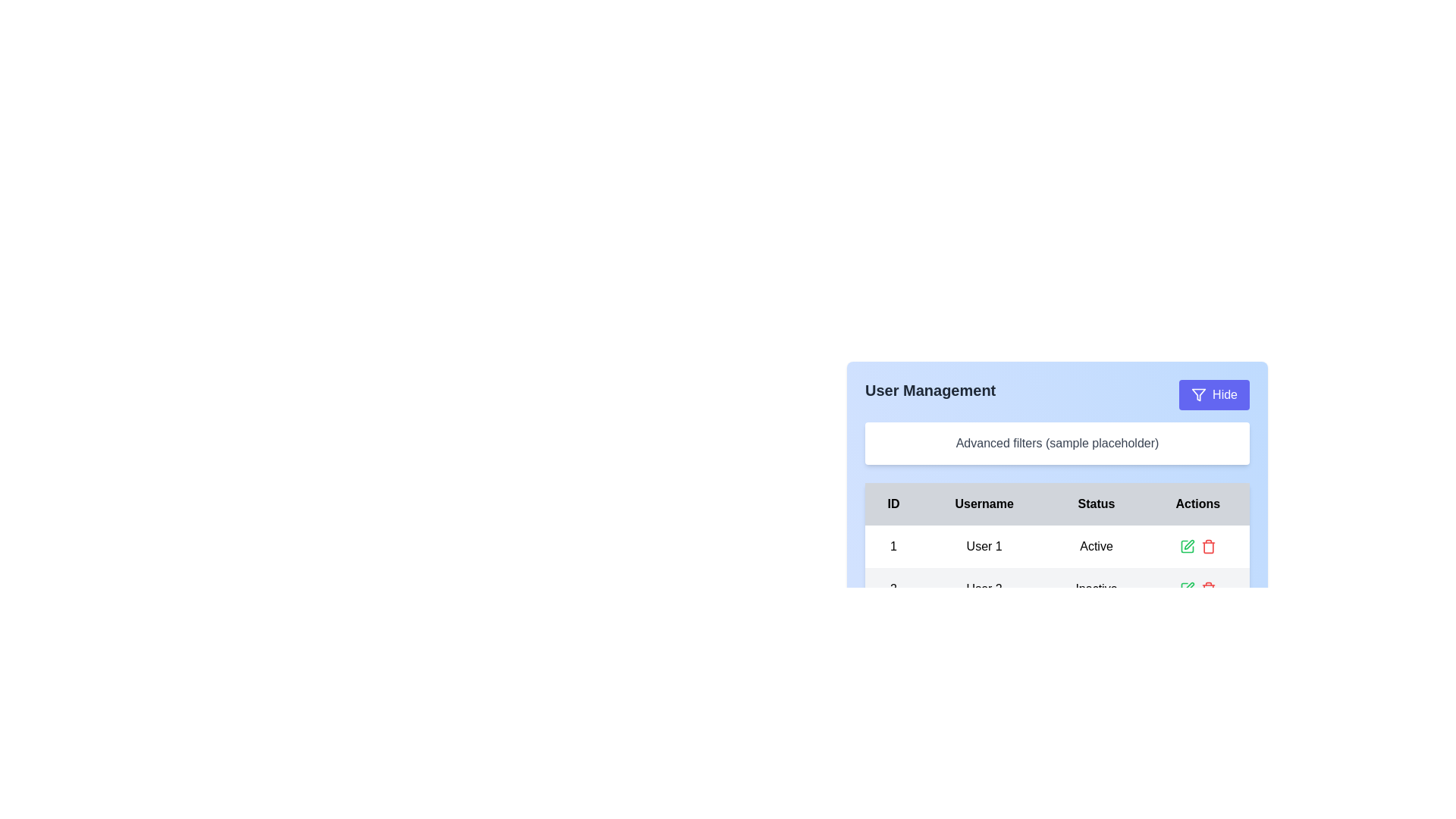 This screenshot has width=1456, height=819. I want to click on the 'Advanced filters (sample placeholder)' text block to access related filters functionality if available, so click(1056, 444).